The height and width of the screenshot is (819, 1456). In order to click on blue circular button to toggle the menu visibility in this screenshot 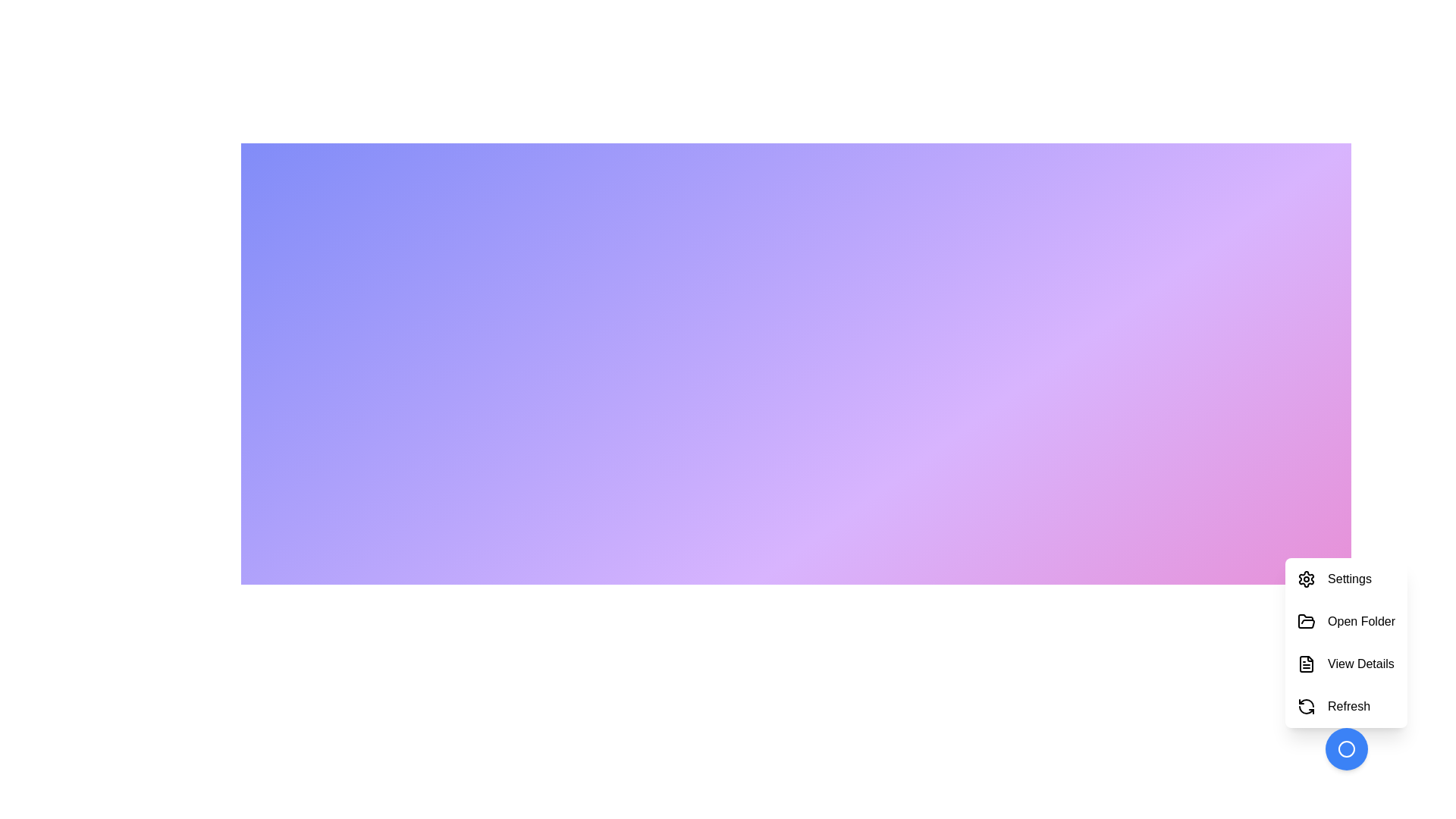, I will do `click(1346, 748)`.